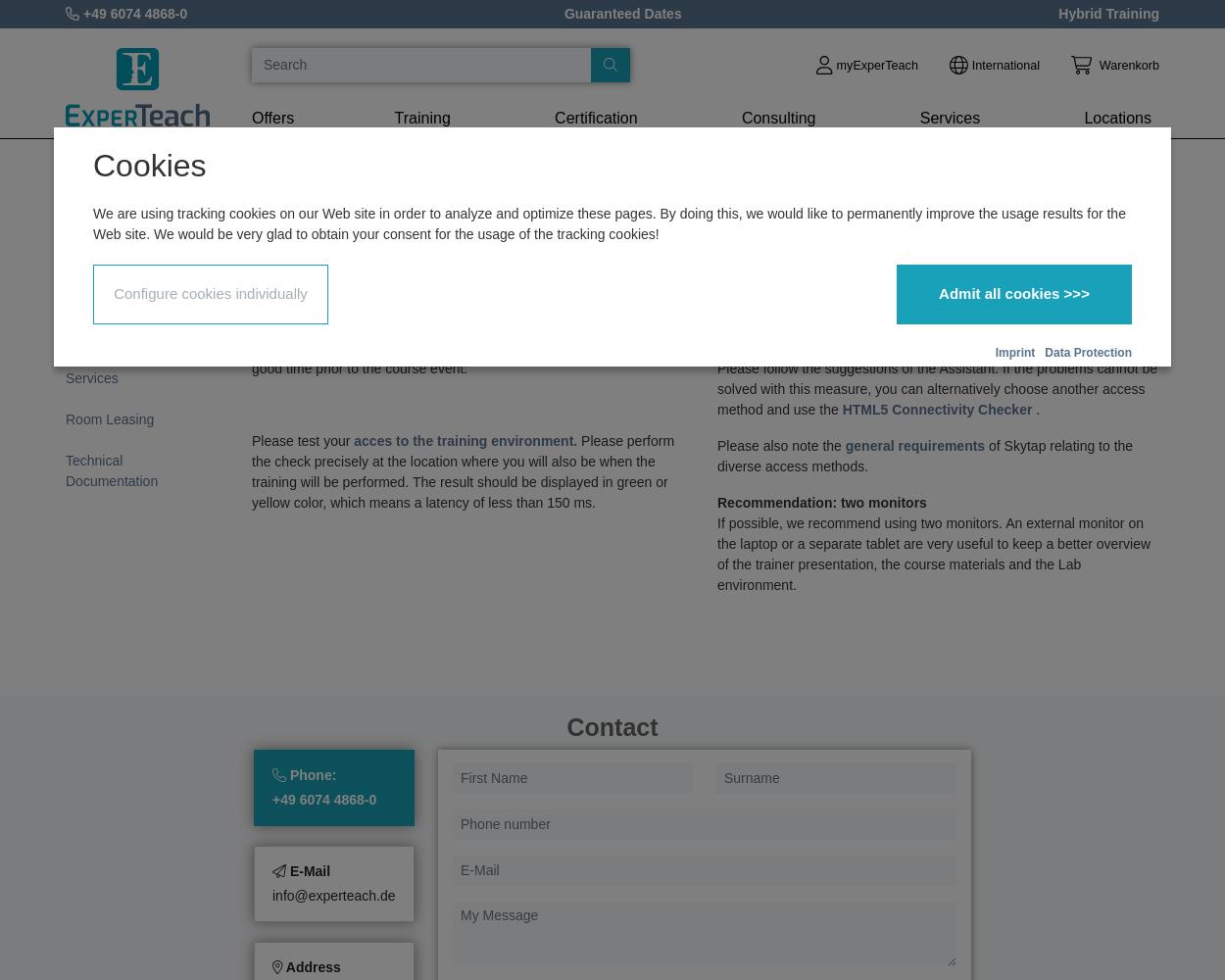 This screenshot has height=980, width=1225. What do you see at coordinates (209, 293) in the screenshot?
I see `'Configure cookies individually'` at bounding box center [209, 293].